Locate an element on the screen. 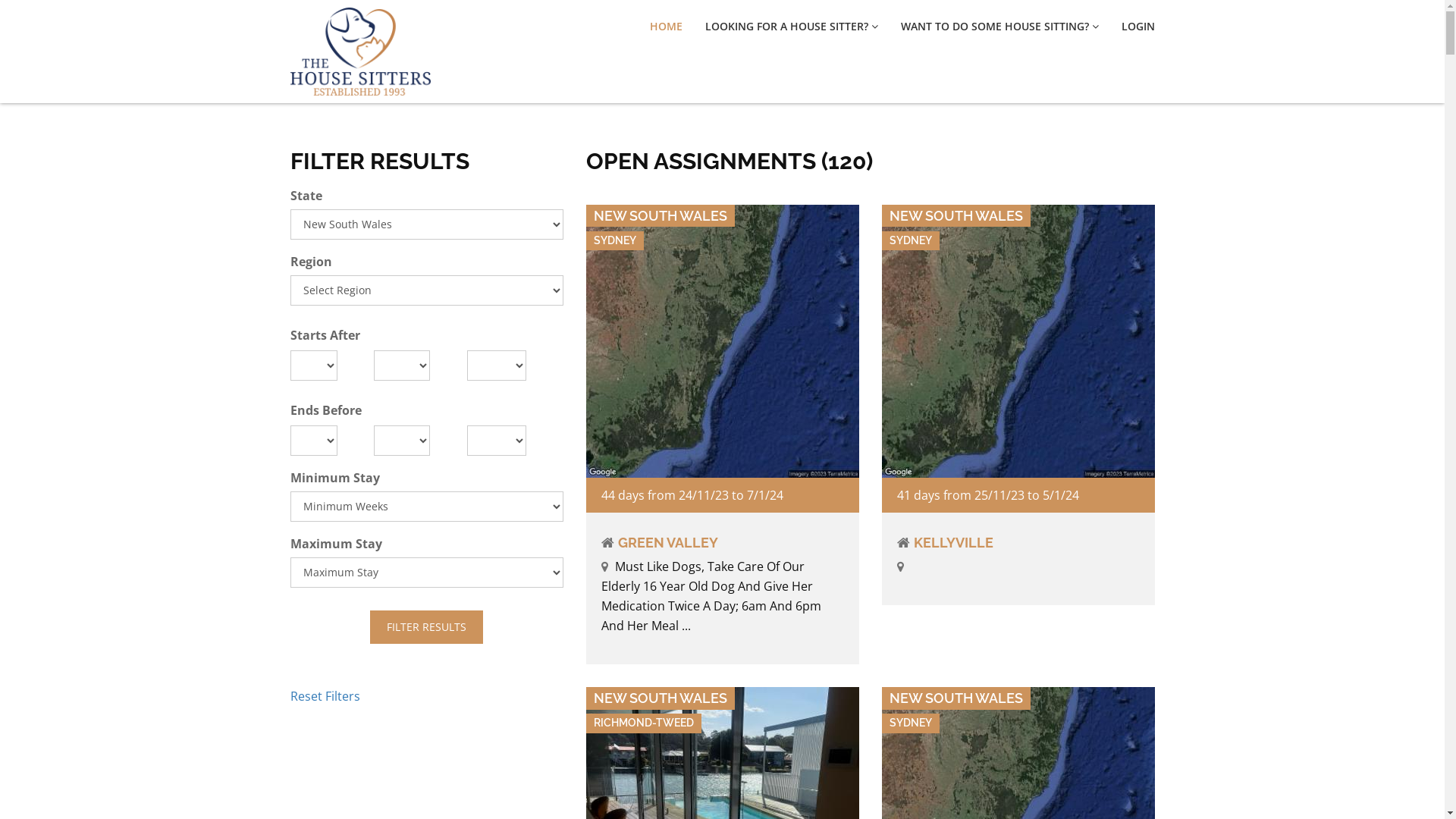  'Reset Filters' is located at coordinates (323, 696).